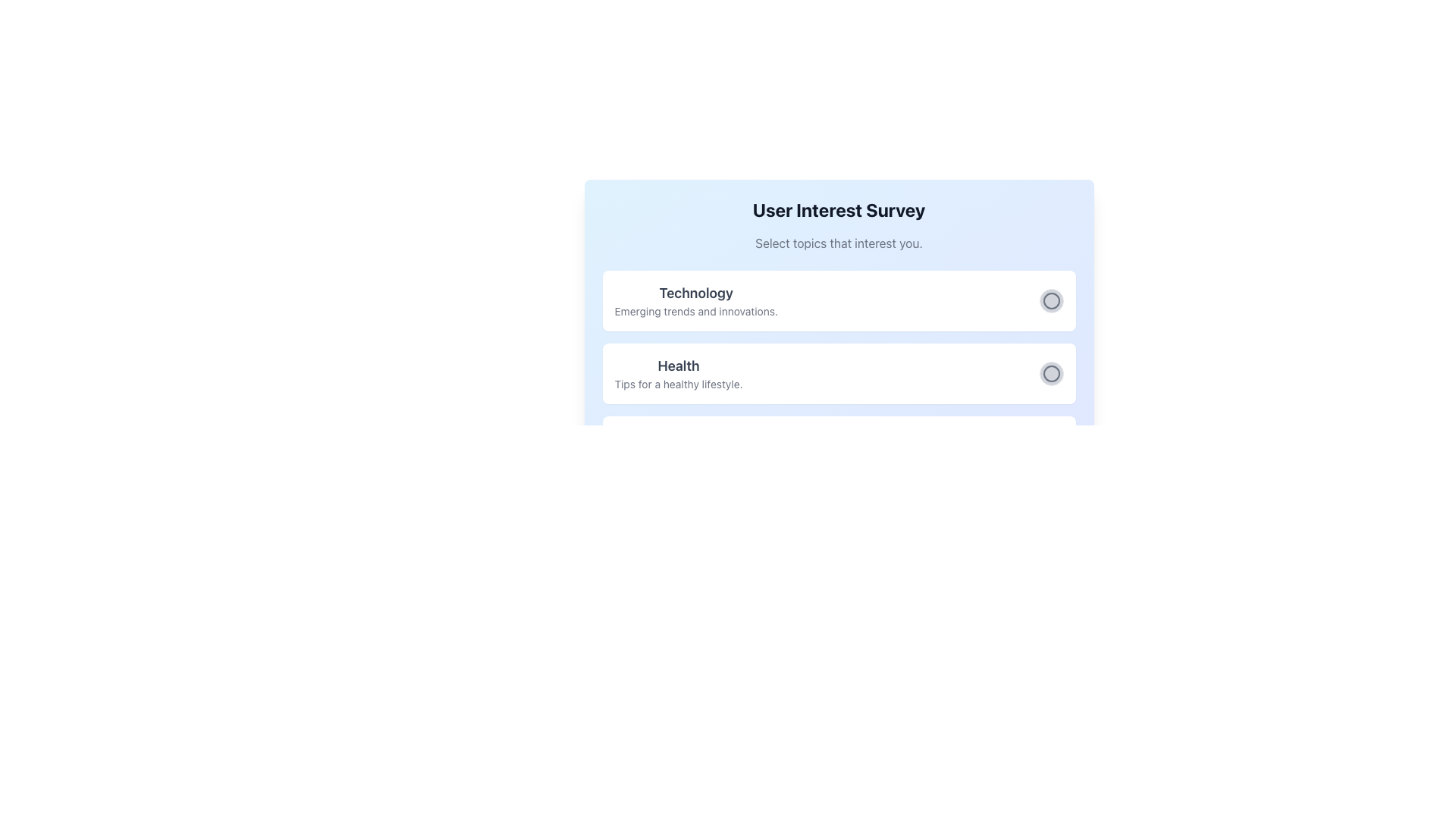  Describe the element at coordinates (838, 210) in the screenshot. I see `the 'User Interest Survey' title text label to check for additional information display` at that location.